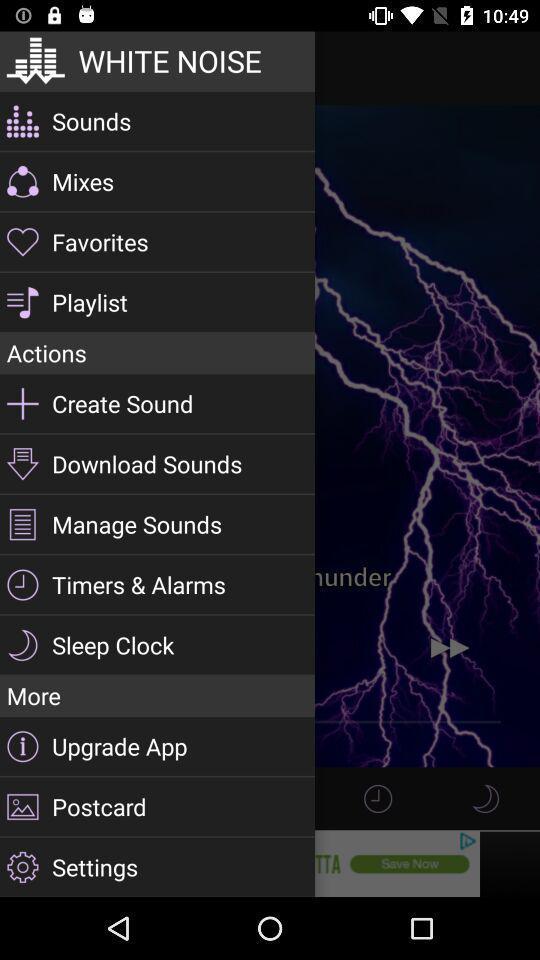 This screenshot has width=540, height=960. I want to click on the music icon, so click(484, 798).